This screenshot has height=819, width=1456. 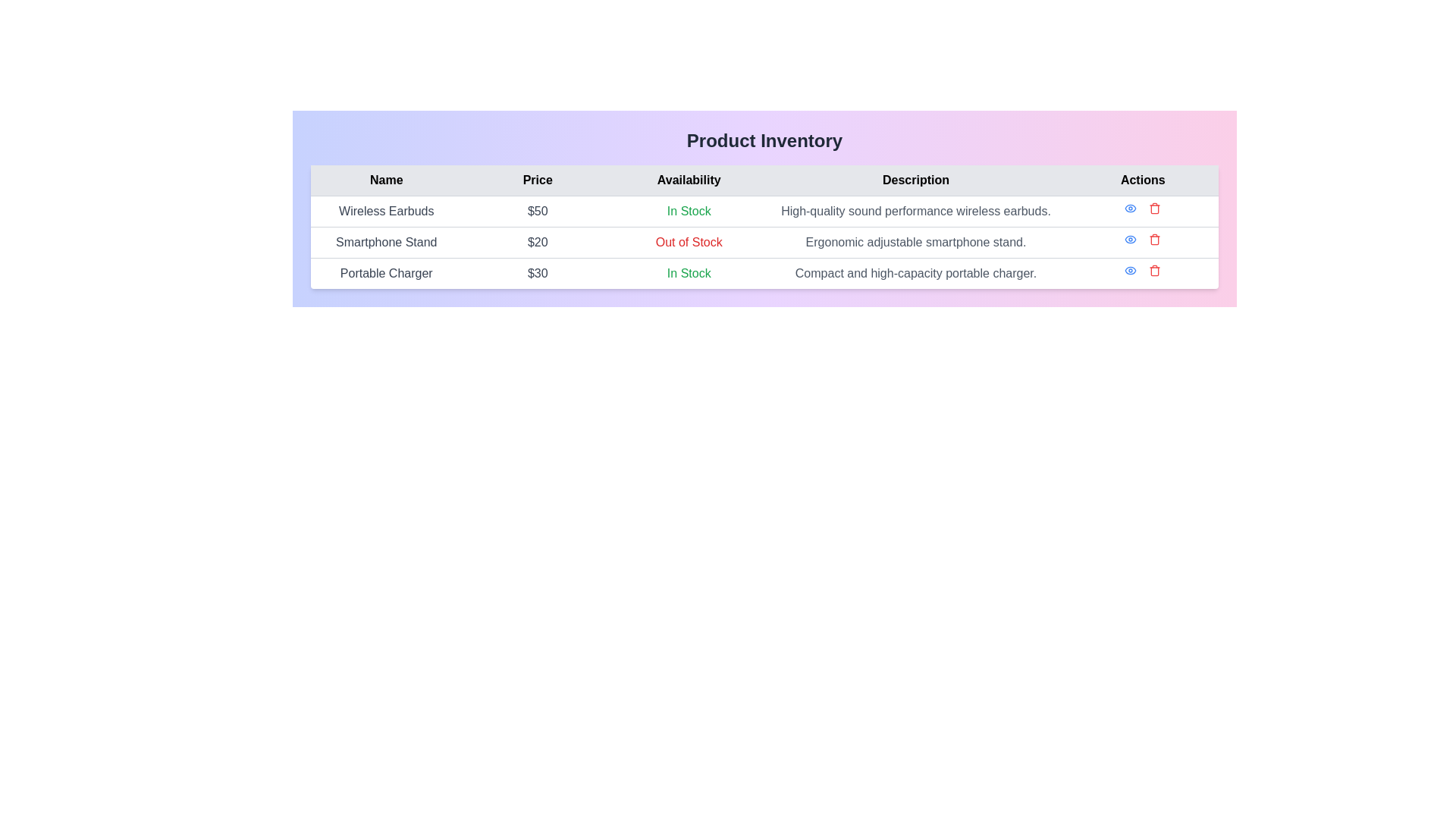 What do you see at coordinates (386, 242) in the screenshot?
I see `the text label reading 'Smartphone Stand' located in the second row of the table under the 'Name' column` at bounding box center [386, 242].